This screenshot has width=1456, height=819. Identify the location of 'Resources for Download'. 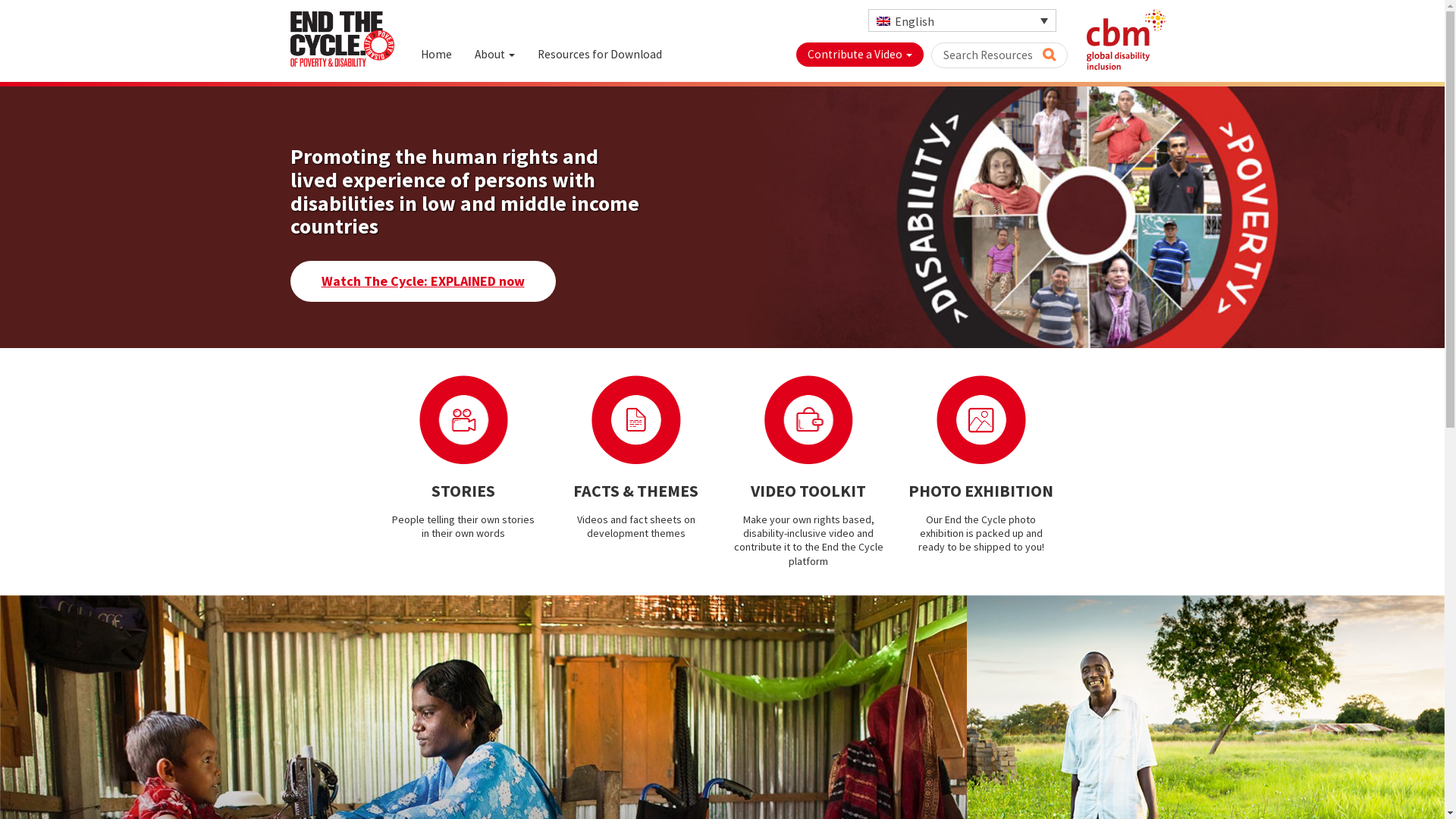
(526, 54).